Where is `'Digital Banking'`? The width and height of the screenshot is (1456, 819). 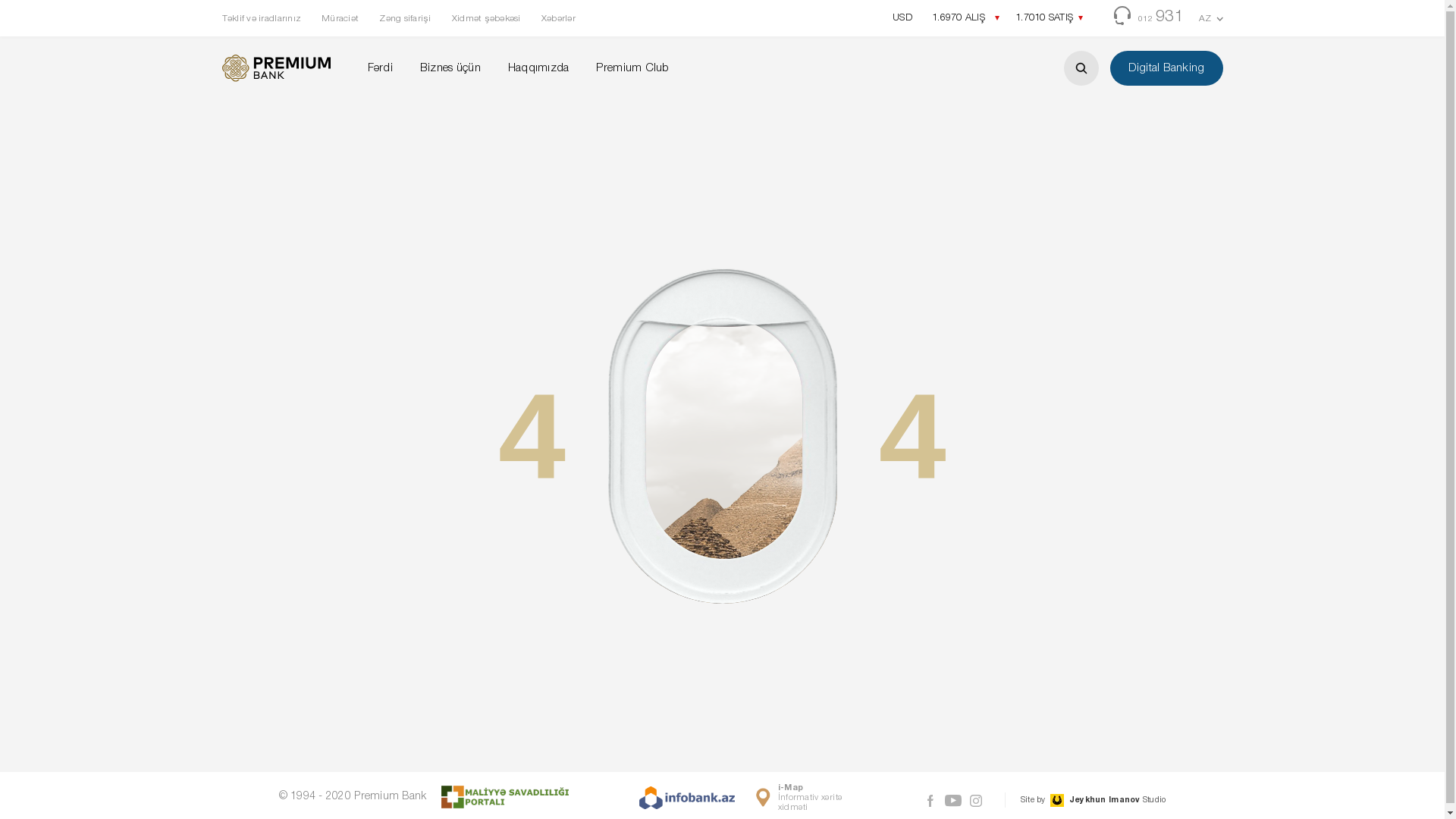 'Digital Banking' is located at coordinates (1166, 67).